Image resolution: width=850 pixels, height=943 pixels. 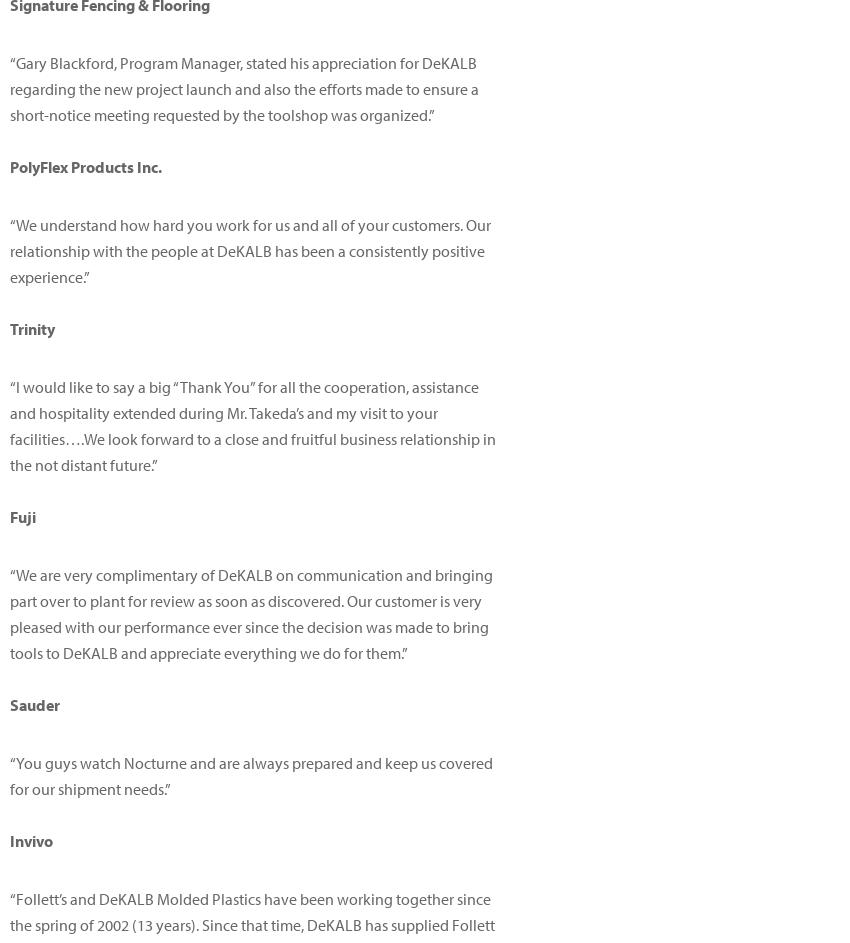 What do you see at coordinates (9, 425) in the screenshot?
I see `'I would like to say a big “Thank You” for all the cooperation, assistance and hospitality extended during Mr. Takeda’s and my visit to your facilities….We look forward to a close and fruitful business relationship in the not distant future.'` at bounding box center [9, 425].